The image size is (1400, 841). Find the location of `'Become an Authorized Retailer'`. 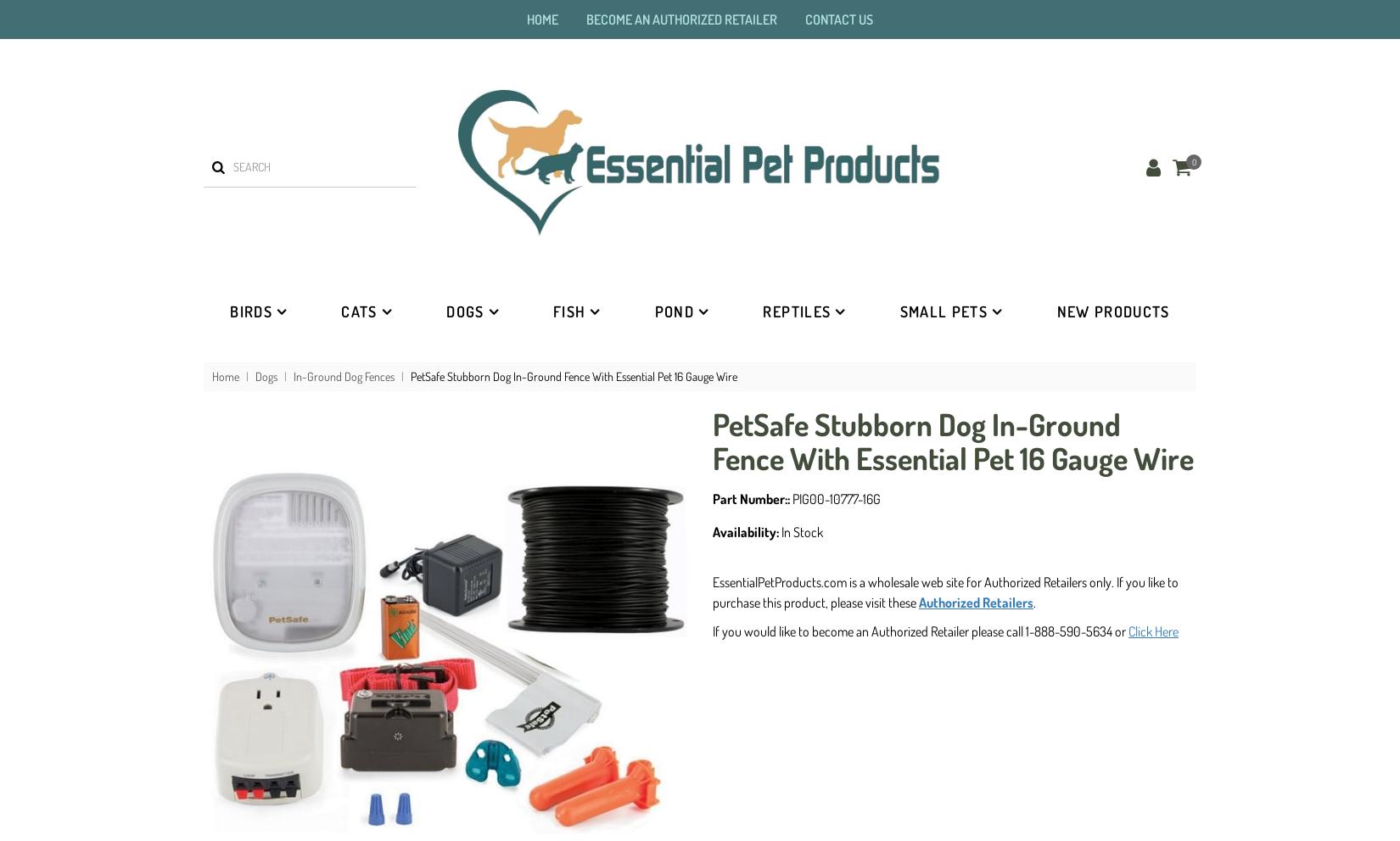

'Become an Authorized Retailer' is located at coordinates (680, 18).